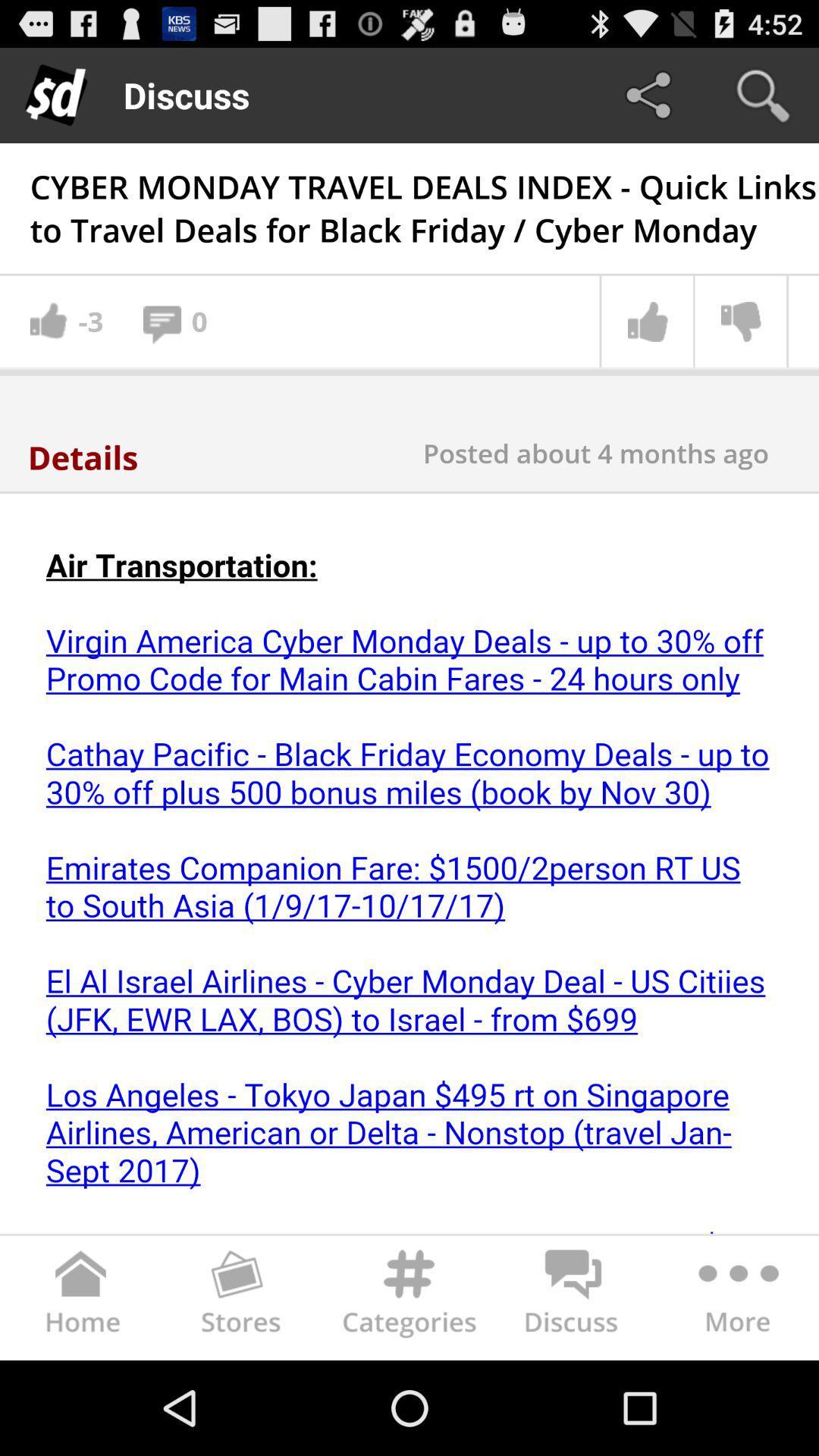 The image size is (819, 1456). Describe the element at coordinates (573, 1392) in the screenshot. I see `the chat icon` at that location.